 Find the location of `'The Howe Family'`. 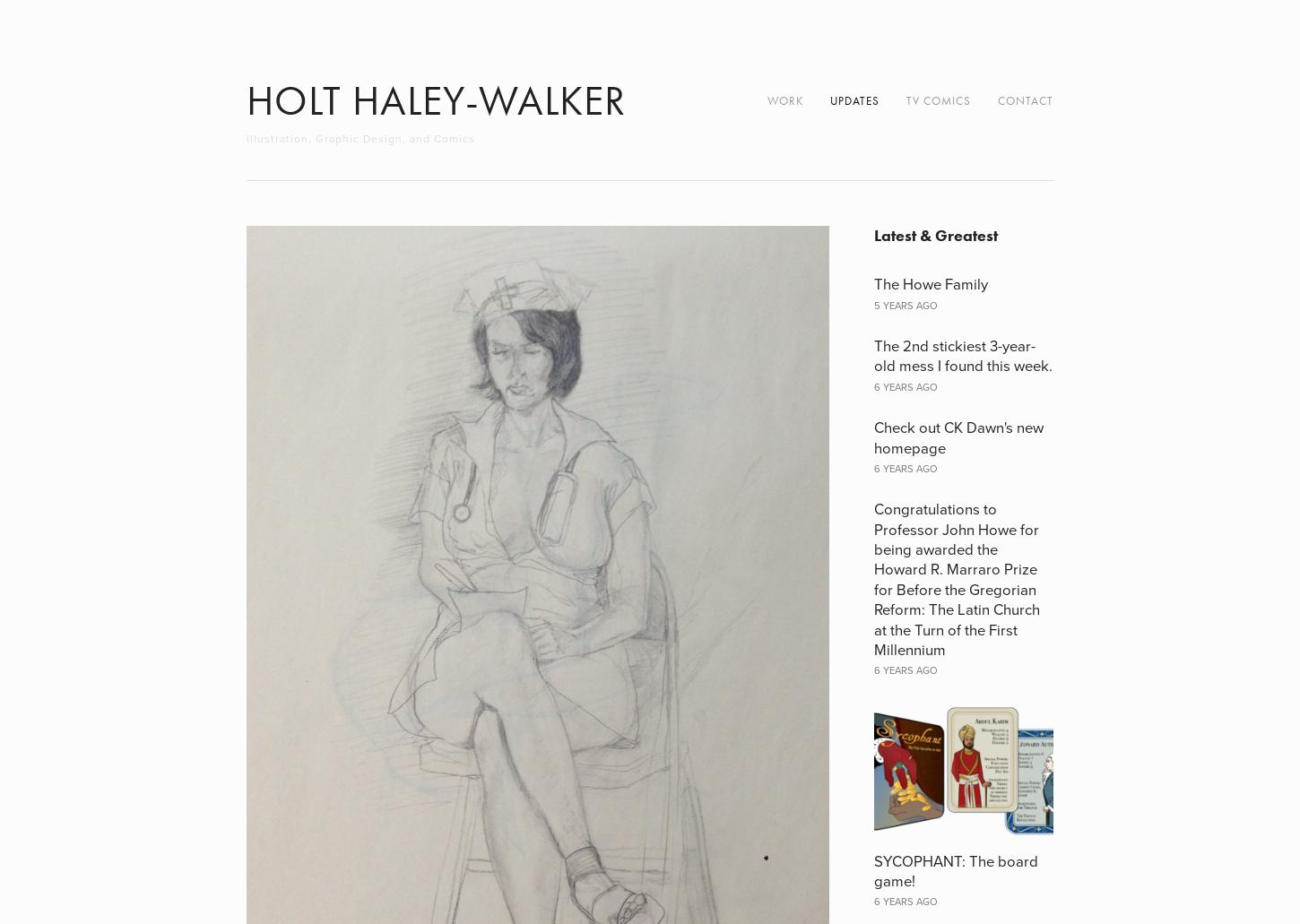

'The Howe Family' is located at coordinates (873, 283).